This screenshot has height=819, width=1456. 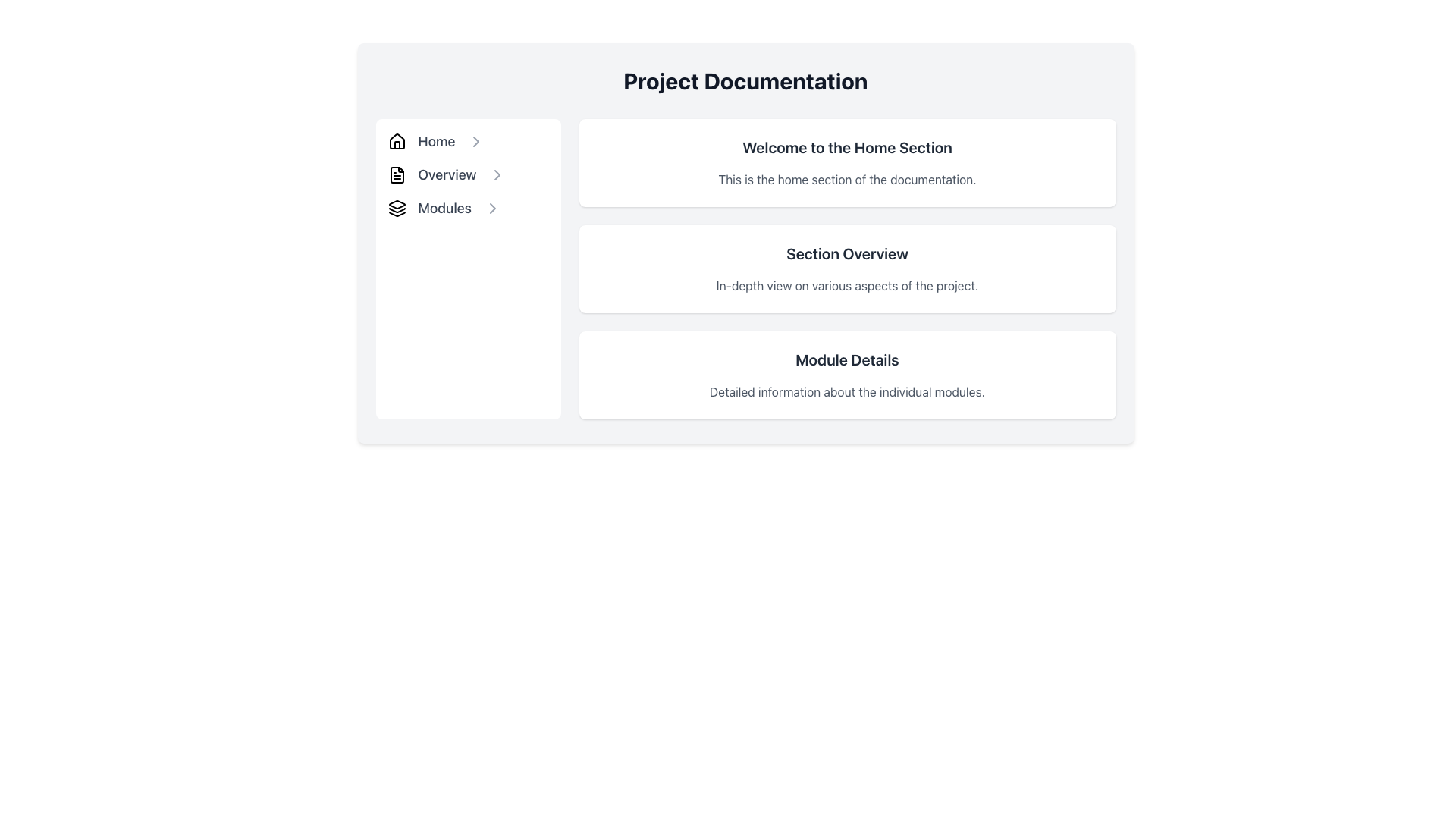 What do you see at coordinates (846, 148) in the screenshot?
I see `the header text element for the 'Home' section, which provides context to the user about their current view` at bounding box center [846, 148].